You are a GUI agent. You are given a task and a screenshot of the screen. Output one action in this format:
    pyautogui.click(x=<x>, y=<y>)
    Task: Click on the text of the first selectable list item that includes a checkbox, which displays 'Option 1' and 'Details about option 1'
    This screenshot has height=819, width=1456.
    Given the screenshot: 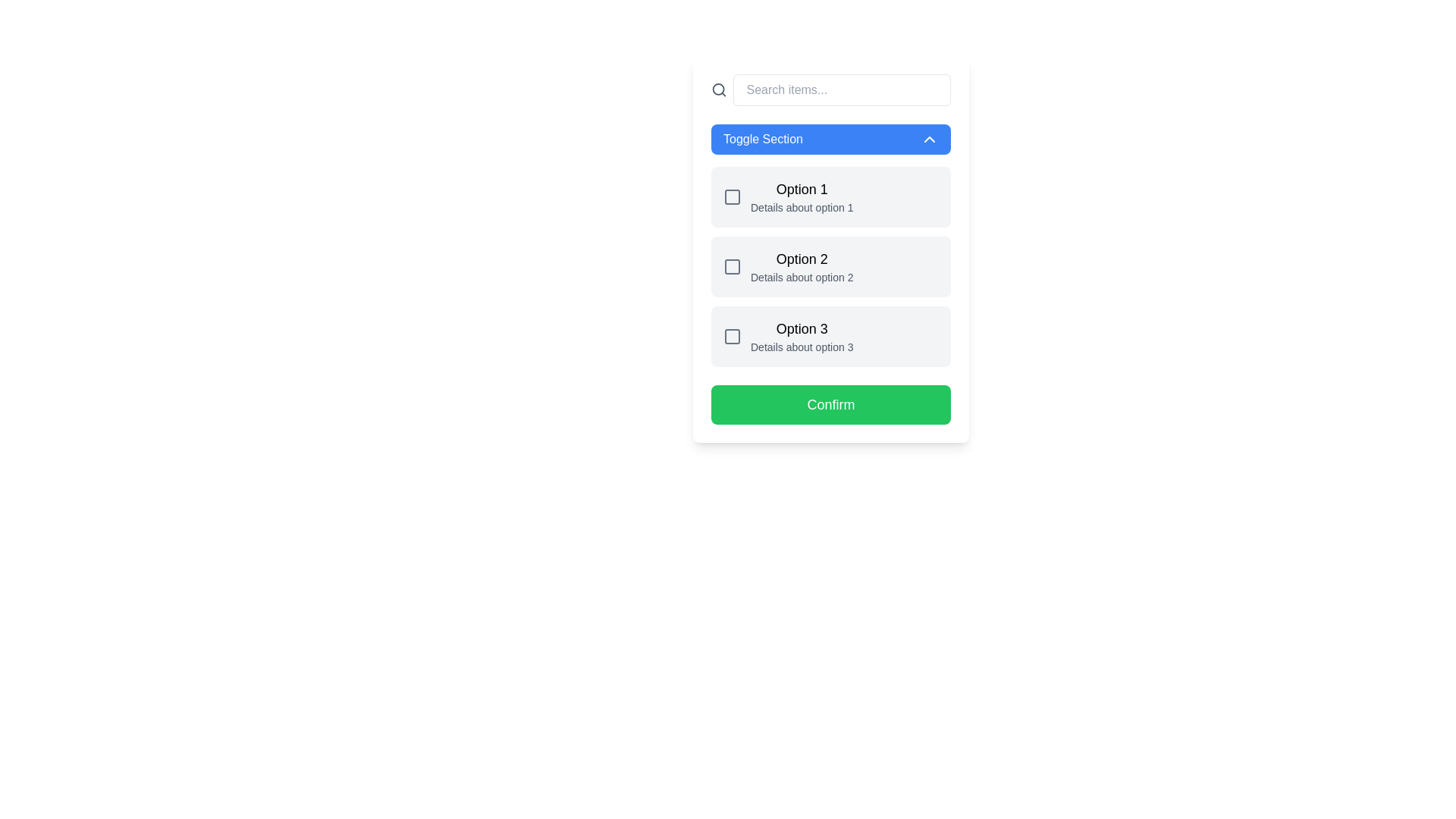 What is the action you would take?
    pyautogui.click(x=788, y=196)
    